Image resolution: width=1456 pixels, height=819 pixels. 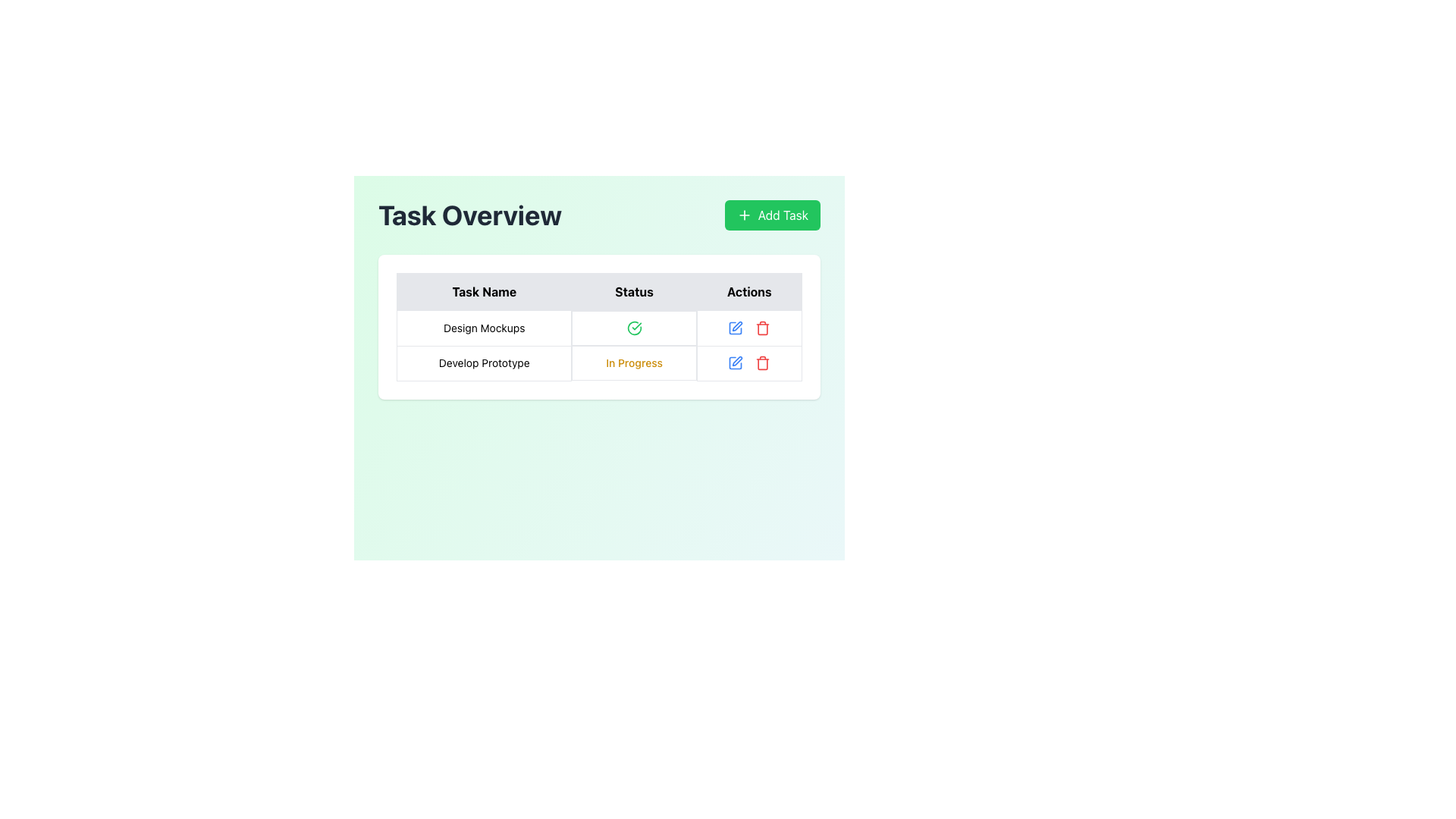 What do you see at coordinates (744, 215) in the screenshot?
I see `the plus icon located to the left of the 'Add Task' text in the green rectangular button at the top-right corner of the interface` at bounding box center [744, 215].